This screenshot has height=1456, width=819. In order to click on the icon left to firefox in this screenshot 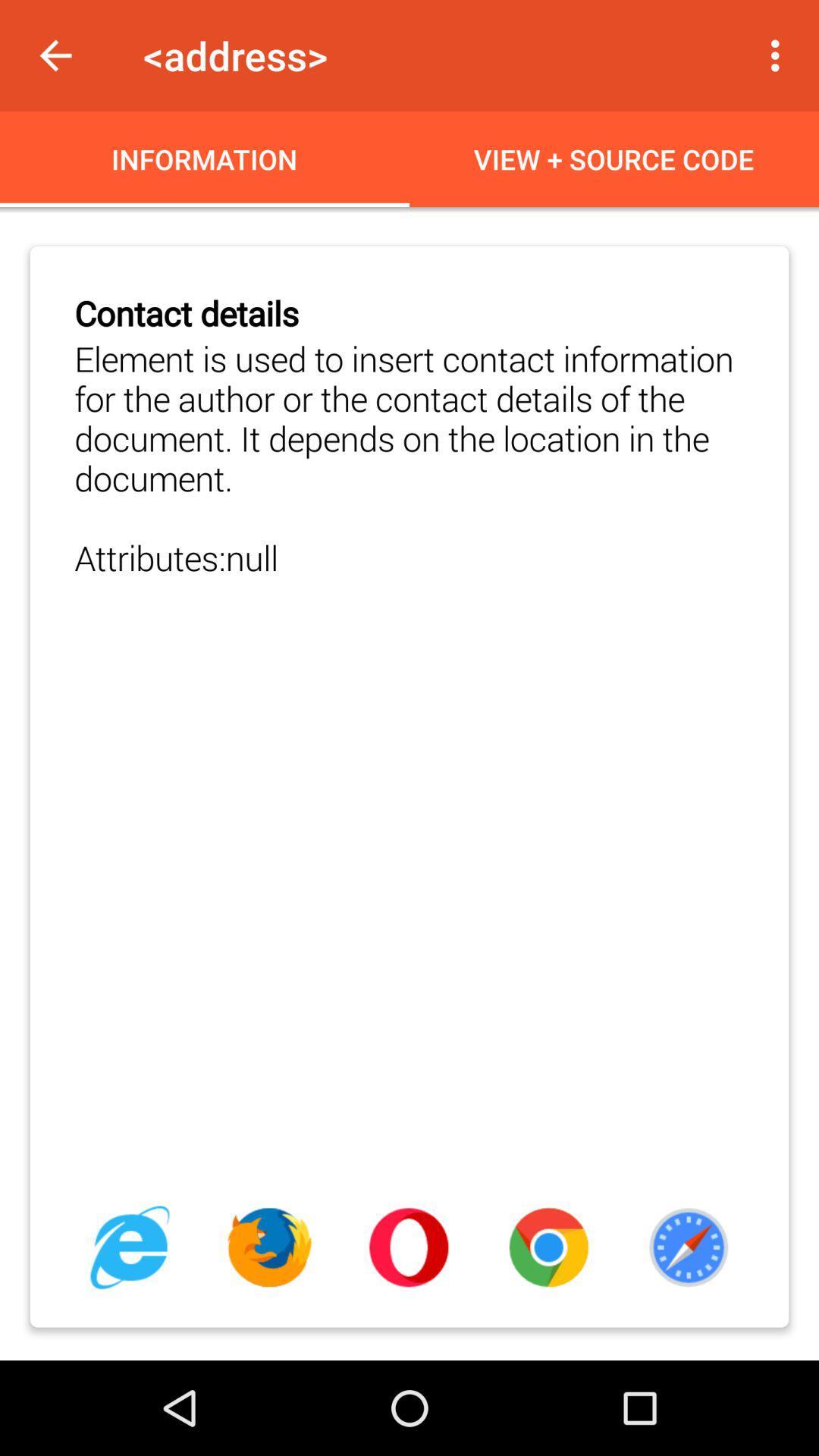, I will do `click(129, 1247)`.